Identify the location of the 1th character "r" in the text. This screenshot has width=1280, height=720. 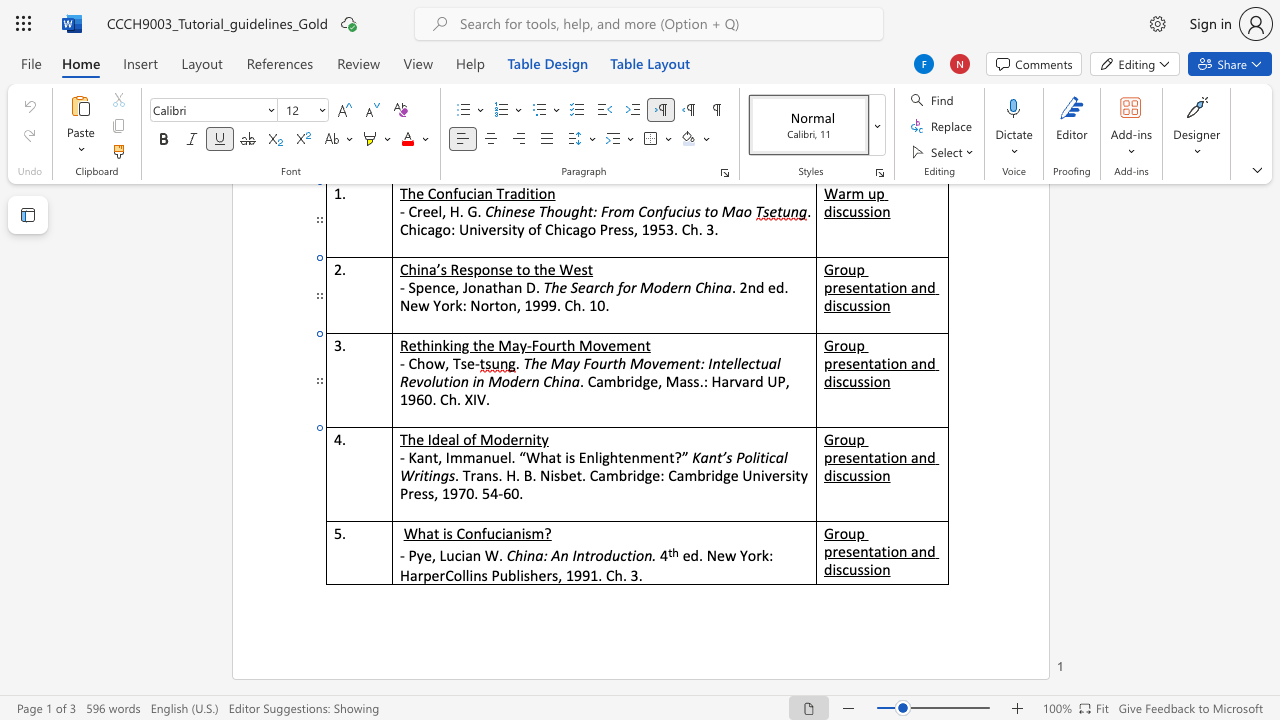
(521, 438).